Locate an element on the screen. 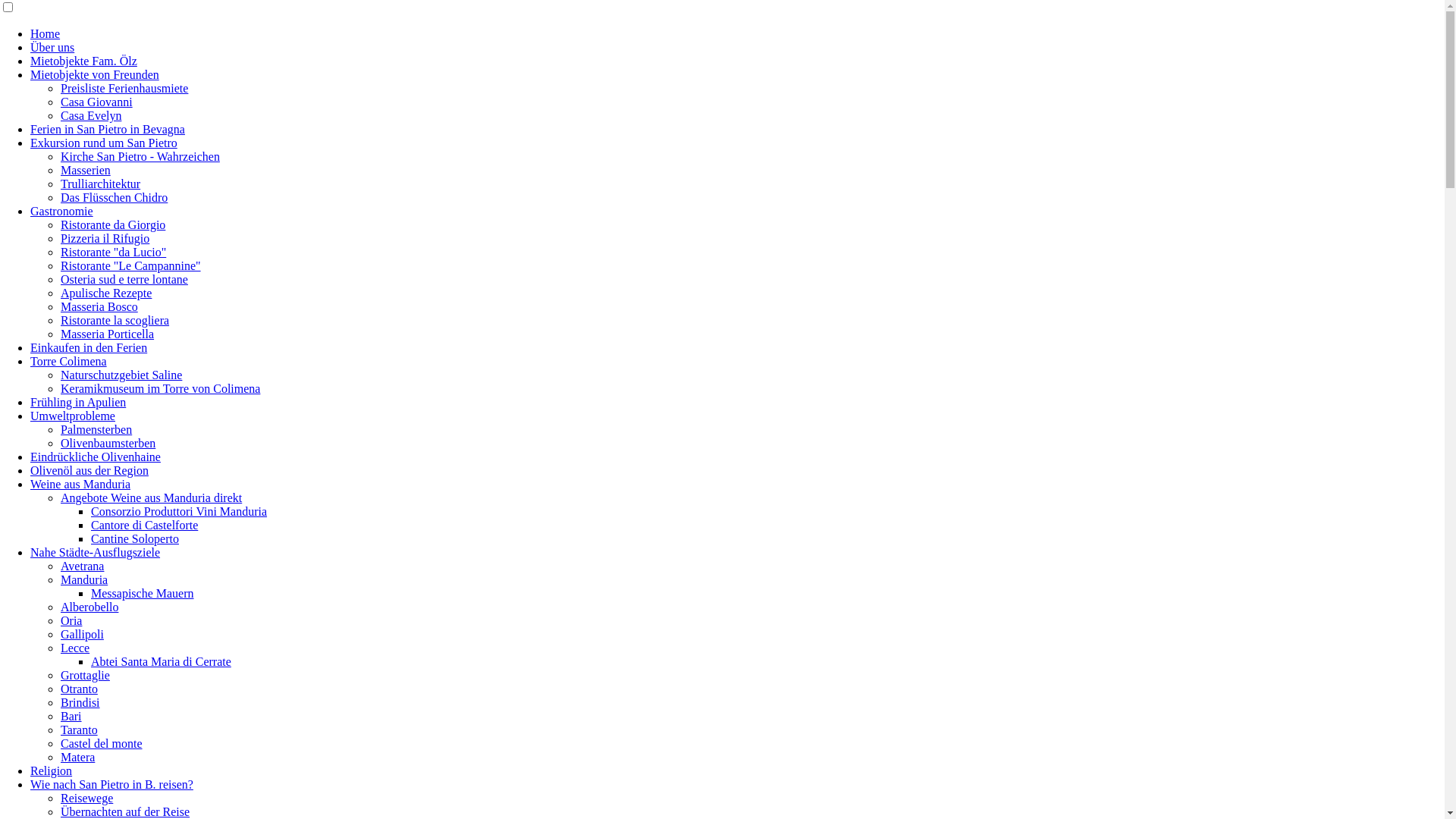 The height and width of the screenshot is (819, 1456). 'Ristorante la scogliera' is located at coordinates (114, 319).